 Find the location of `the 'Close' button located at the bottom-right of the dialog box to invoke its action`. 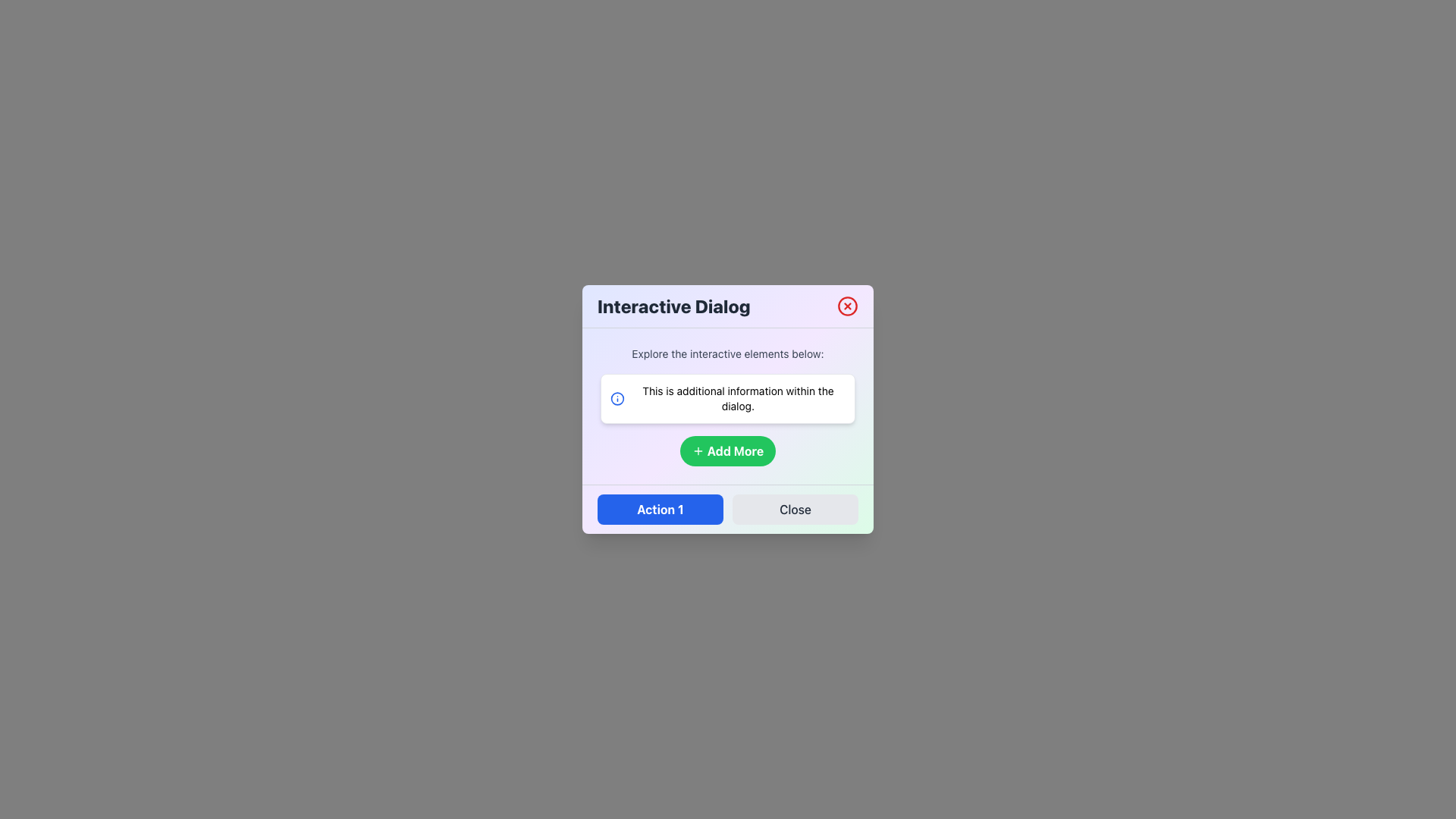

the 'Close' button located at the bottom-right of the dialog box to invoke its action is located at coordinates (795, 509).